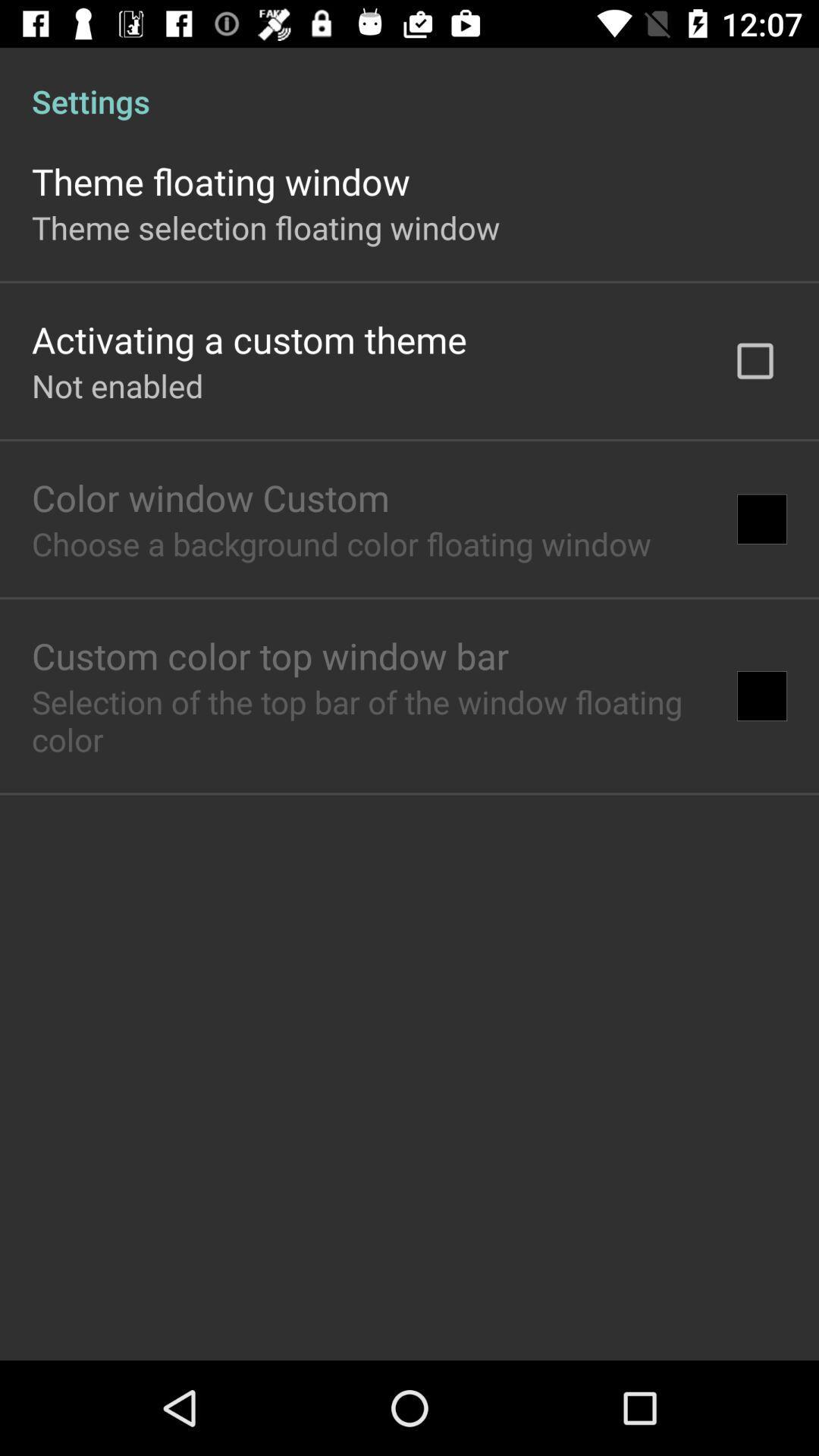 Image resolution: width=819 pixels, height=1456 pixels. Describe the element at coordinates (248, 338) in the screenshot. I see `activating a custom` at that location.